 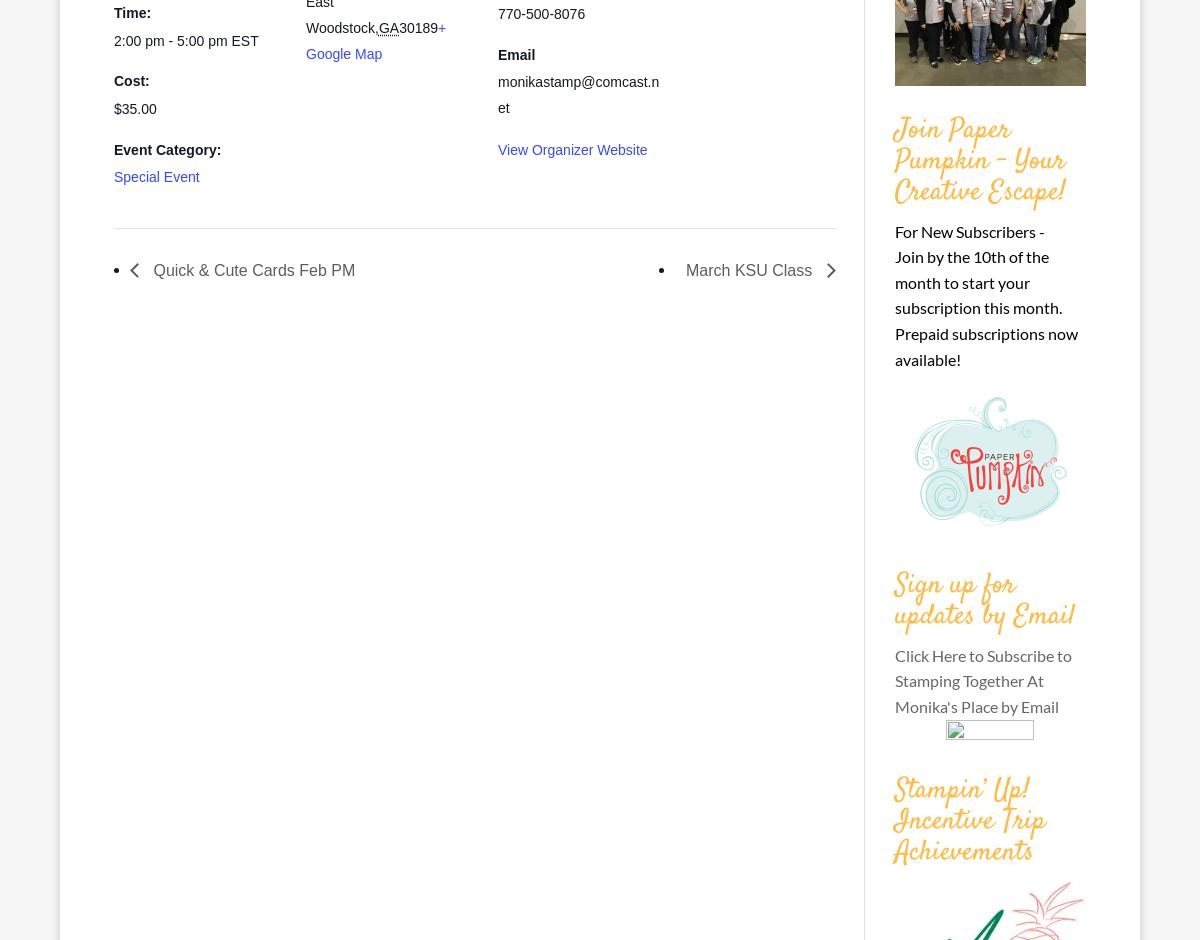 I want to click on 'monikastamp@comcast.net', so click(x=577, y=94).